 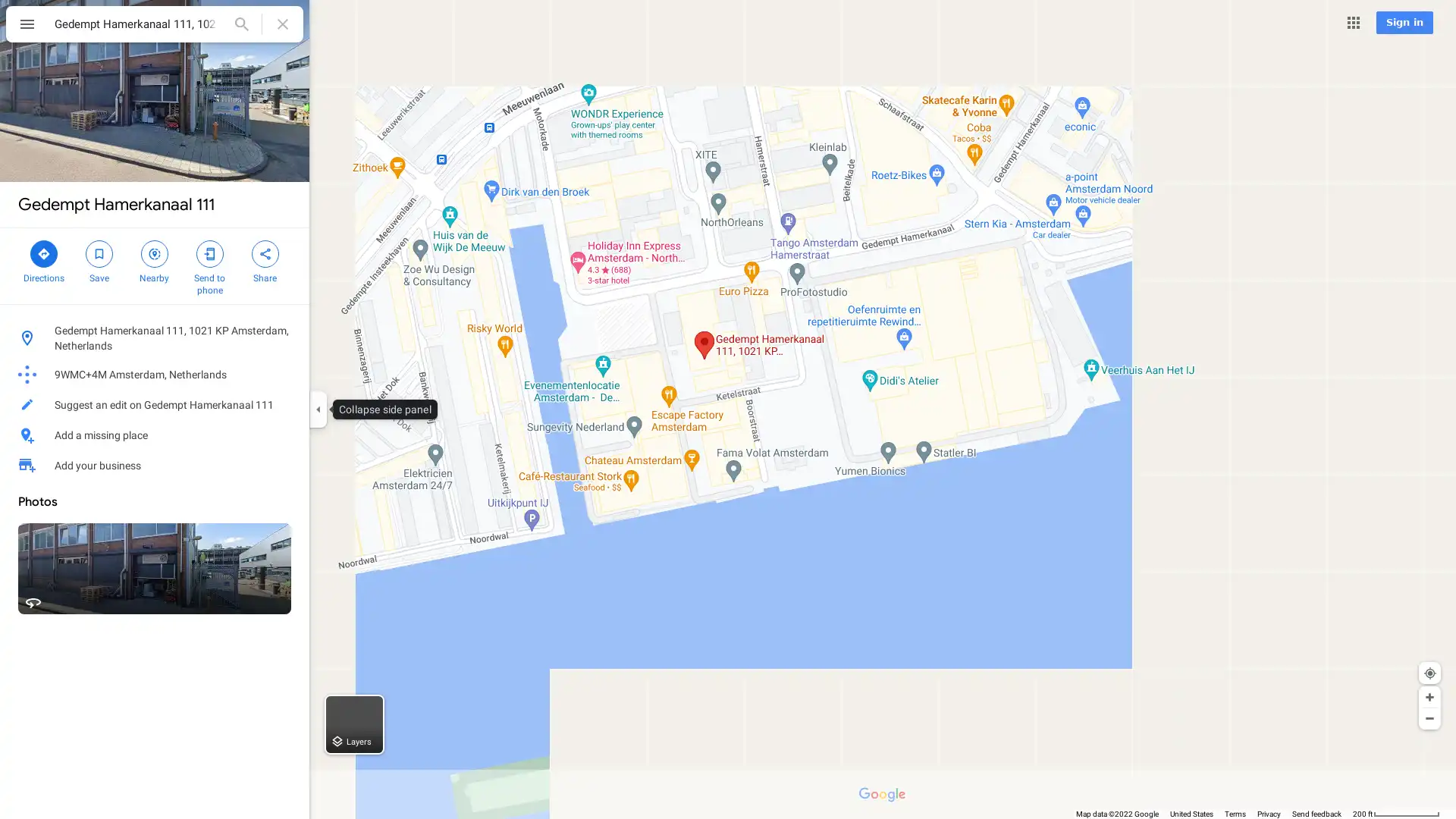 I want to click on Clear search, so click(x=283, y=24).